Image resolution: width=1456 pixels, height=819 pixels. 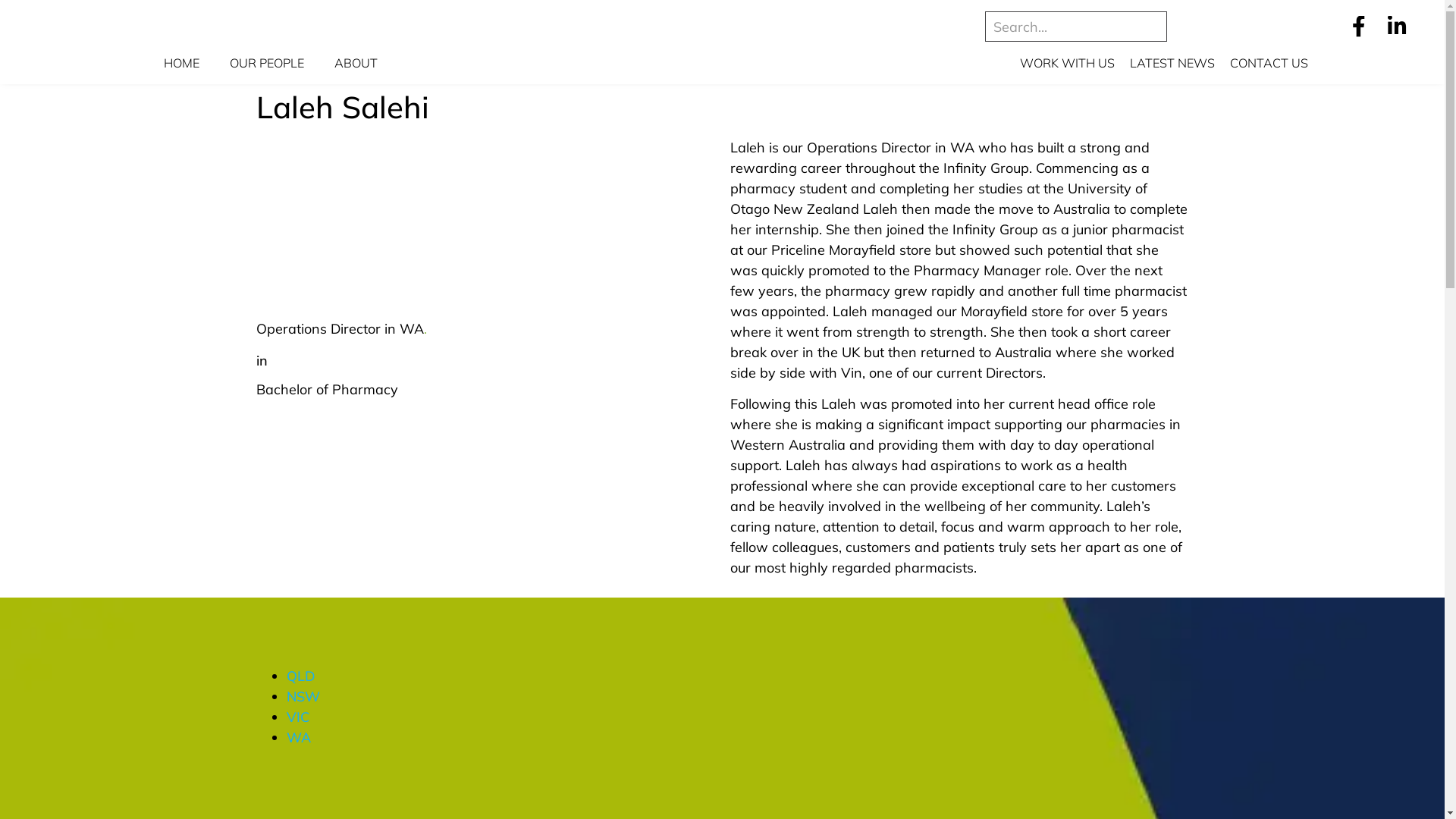 I want to click on 'QLD', so click(x=301, y=675).